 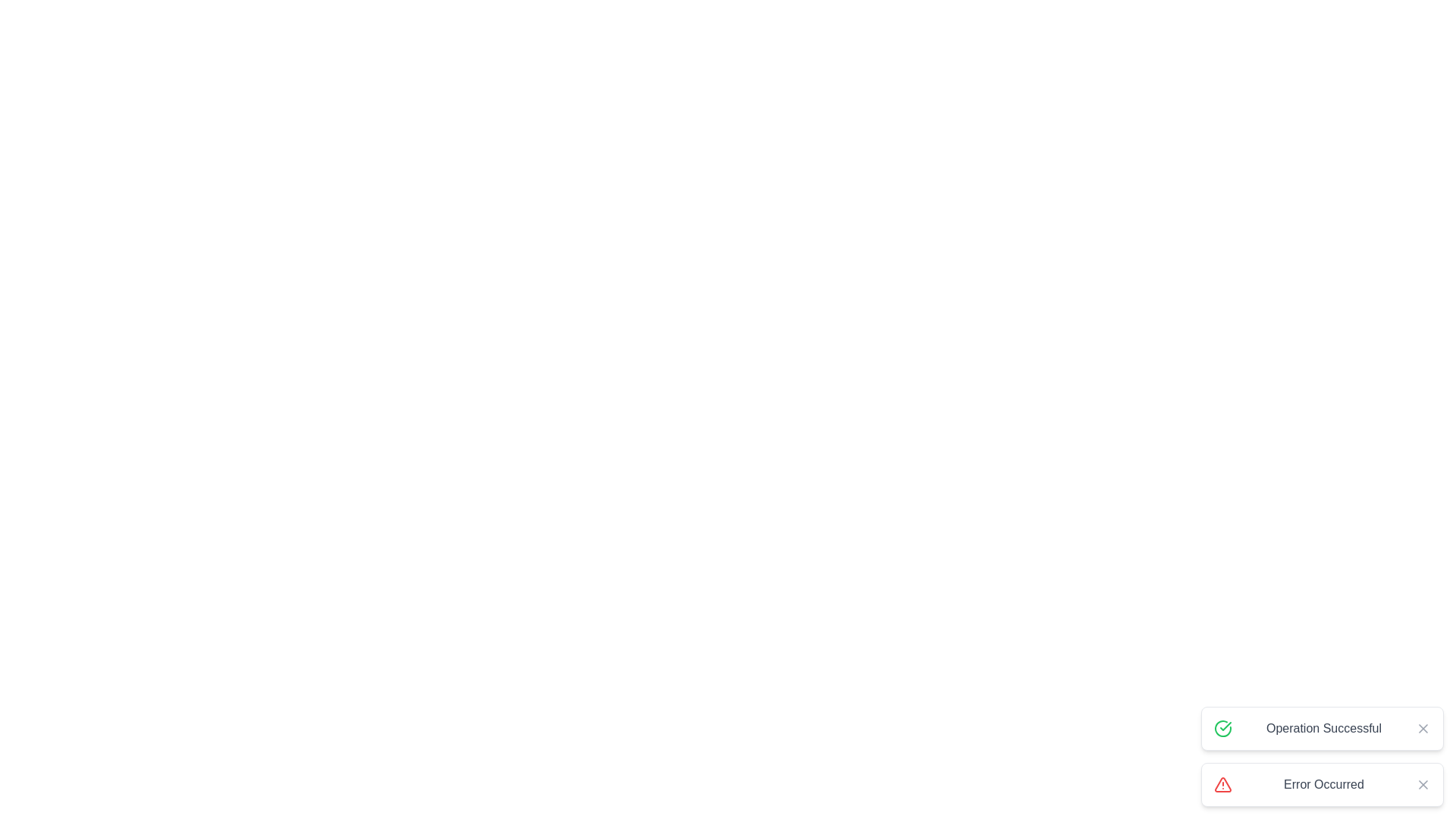 What do you see at coordinates (1323, 727) in the screenshot?
I see `the non-interactive Text label that provides feedback about the success of an operation, positioned between a green checkmark icon and a close button` at bounding box center [1323, 727].